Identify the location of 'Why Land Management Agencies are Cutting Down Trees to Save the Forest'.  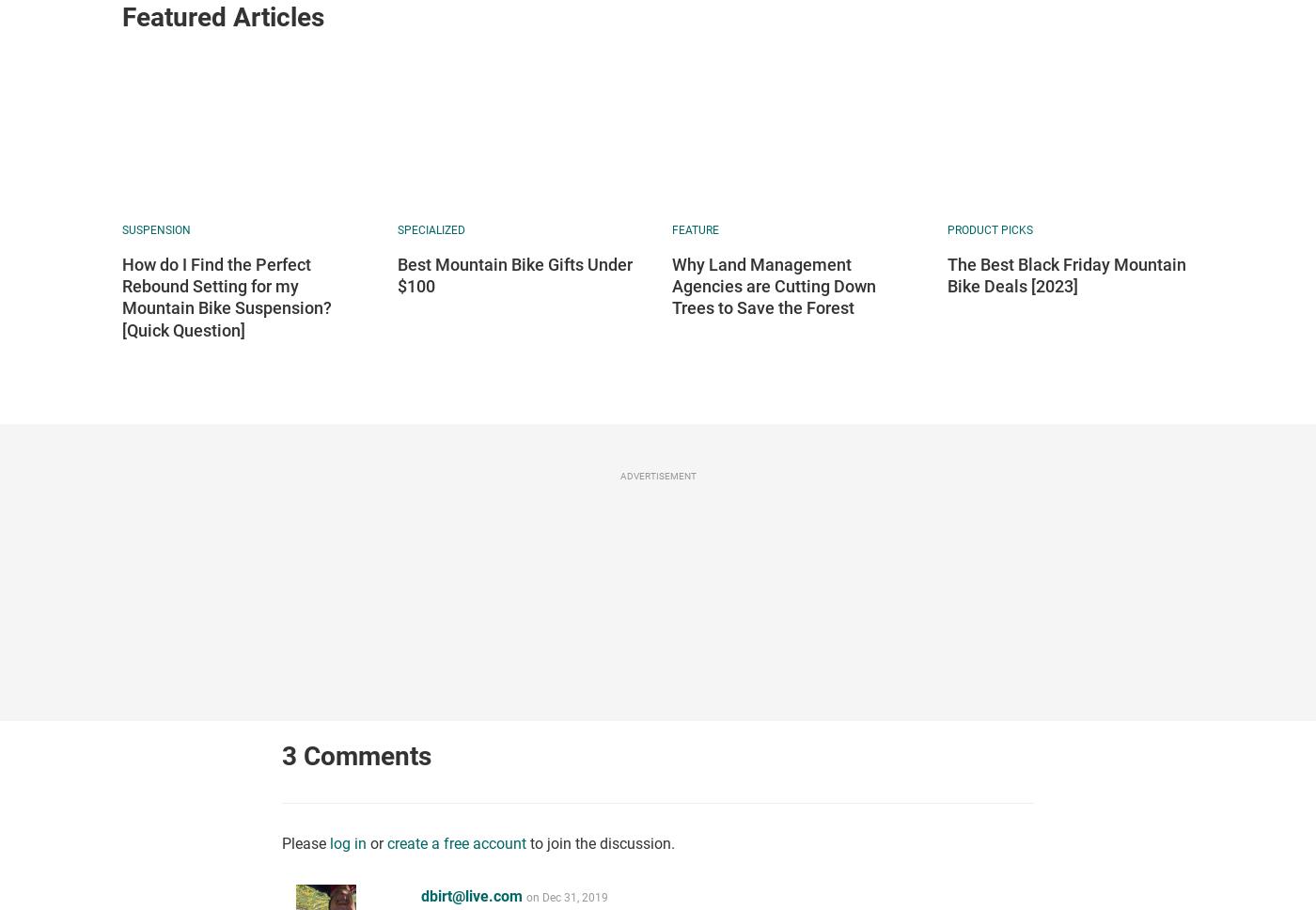
(774, 284).